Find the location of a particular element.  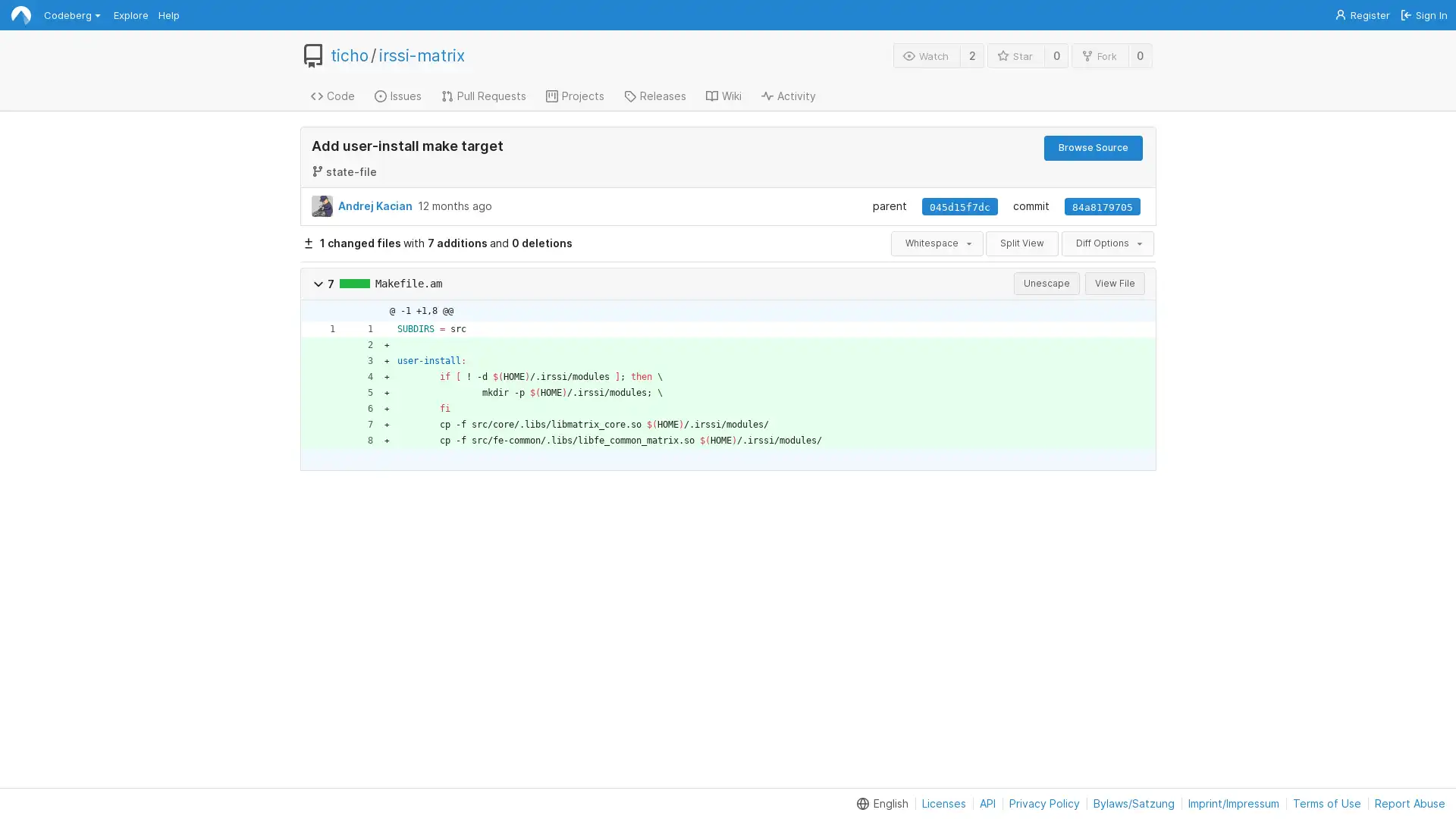

Star is located at coordinates (1015, 55).